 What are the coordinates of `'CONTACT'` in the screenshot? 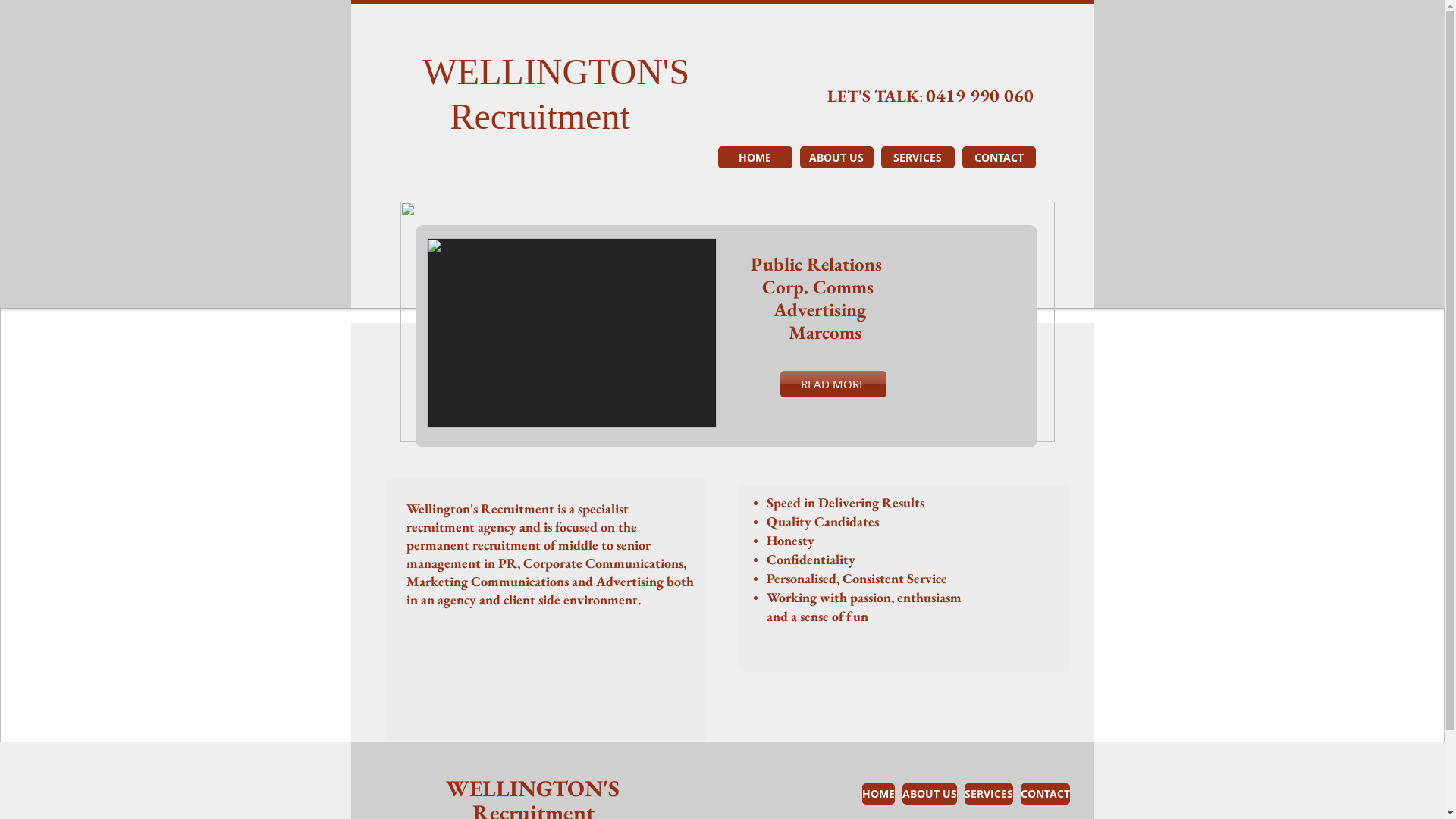 It's located at (1044, 792).